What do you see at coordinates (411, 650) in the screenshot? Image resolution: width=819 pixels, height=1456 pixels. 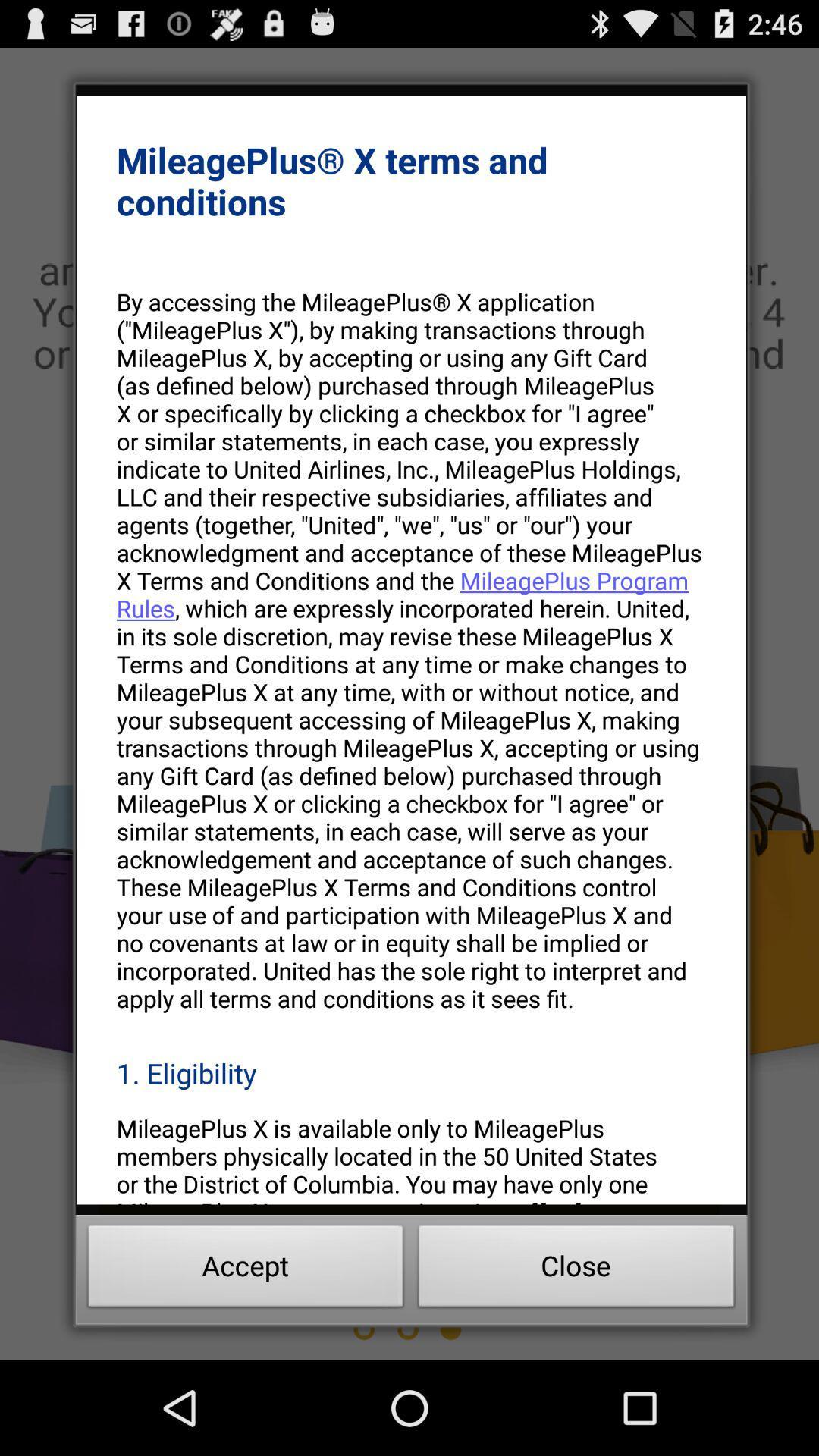 I see `the item above the 1. eligibility app` at bounding box center [411, 650].